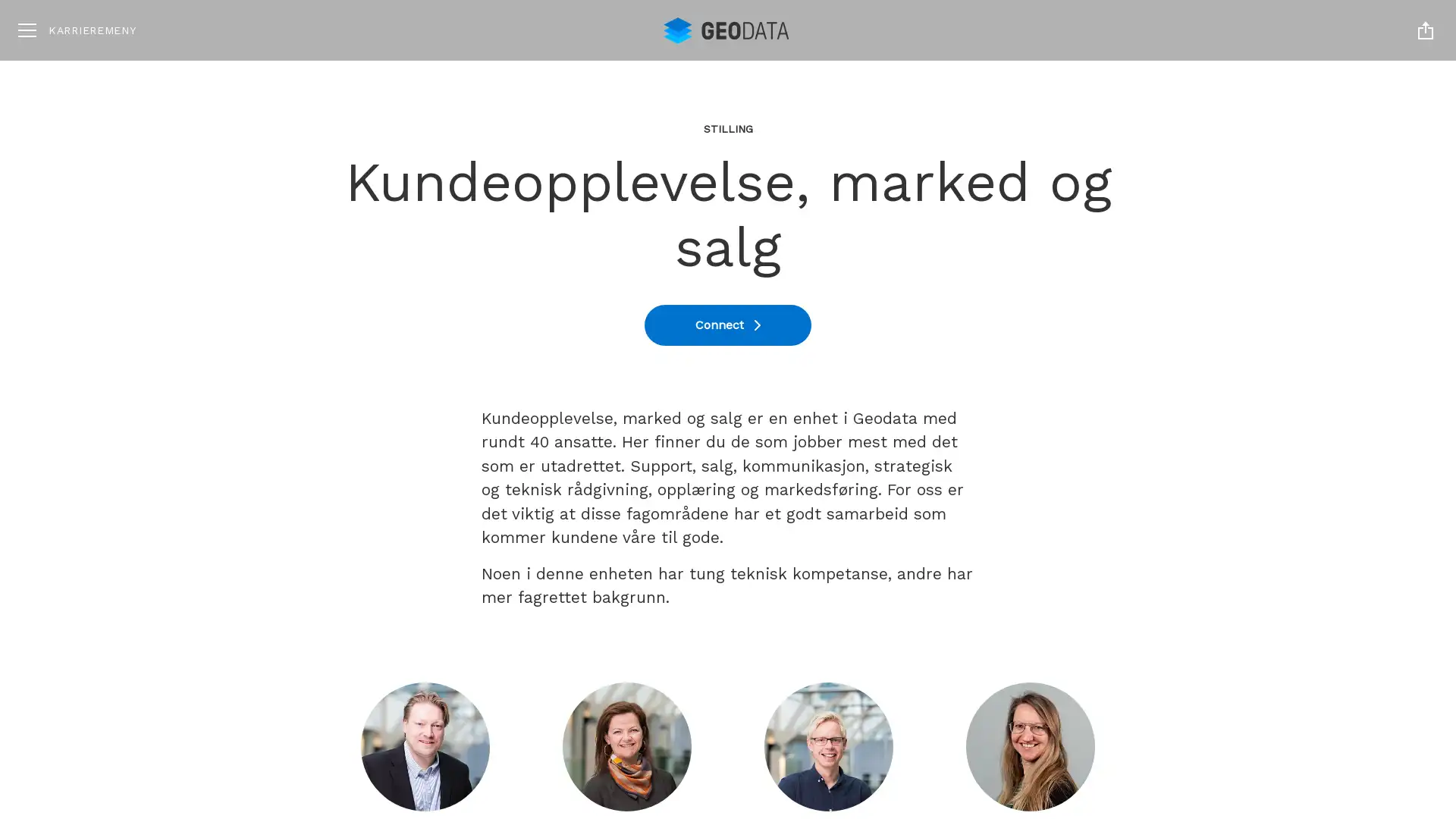  What do you see at coordinates (1282, 645) in the screenshot?
I see `Godta alle` at bounding box center [1282, 645].